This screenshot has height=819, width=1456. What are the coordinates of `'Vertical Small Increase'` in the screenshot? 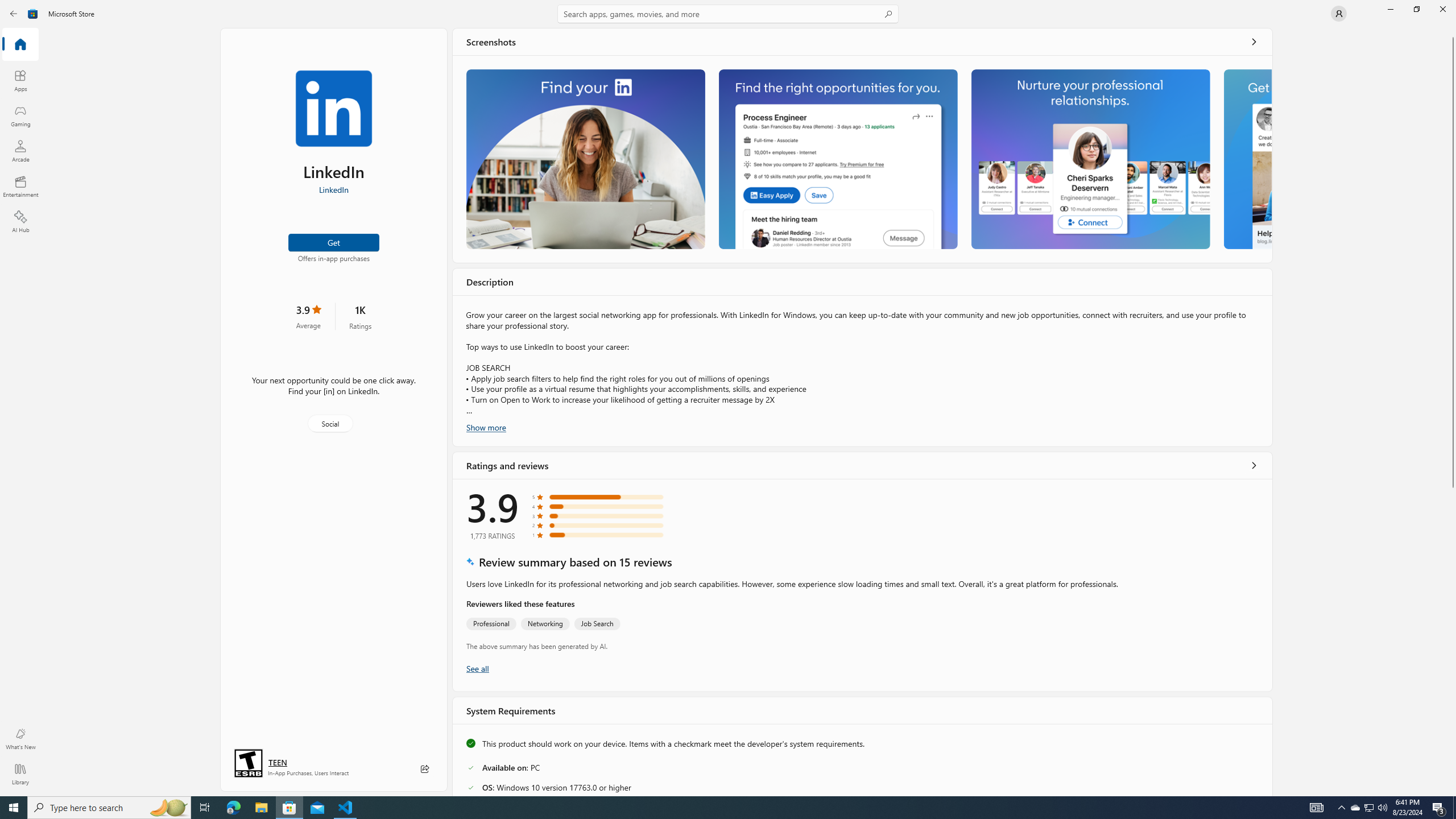 It's located at (1451, 792).